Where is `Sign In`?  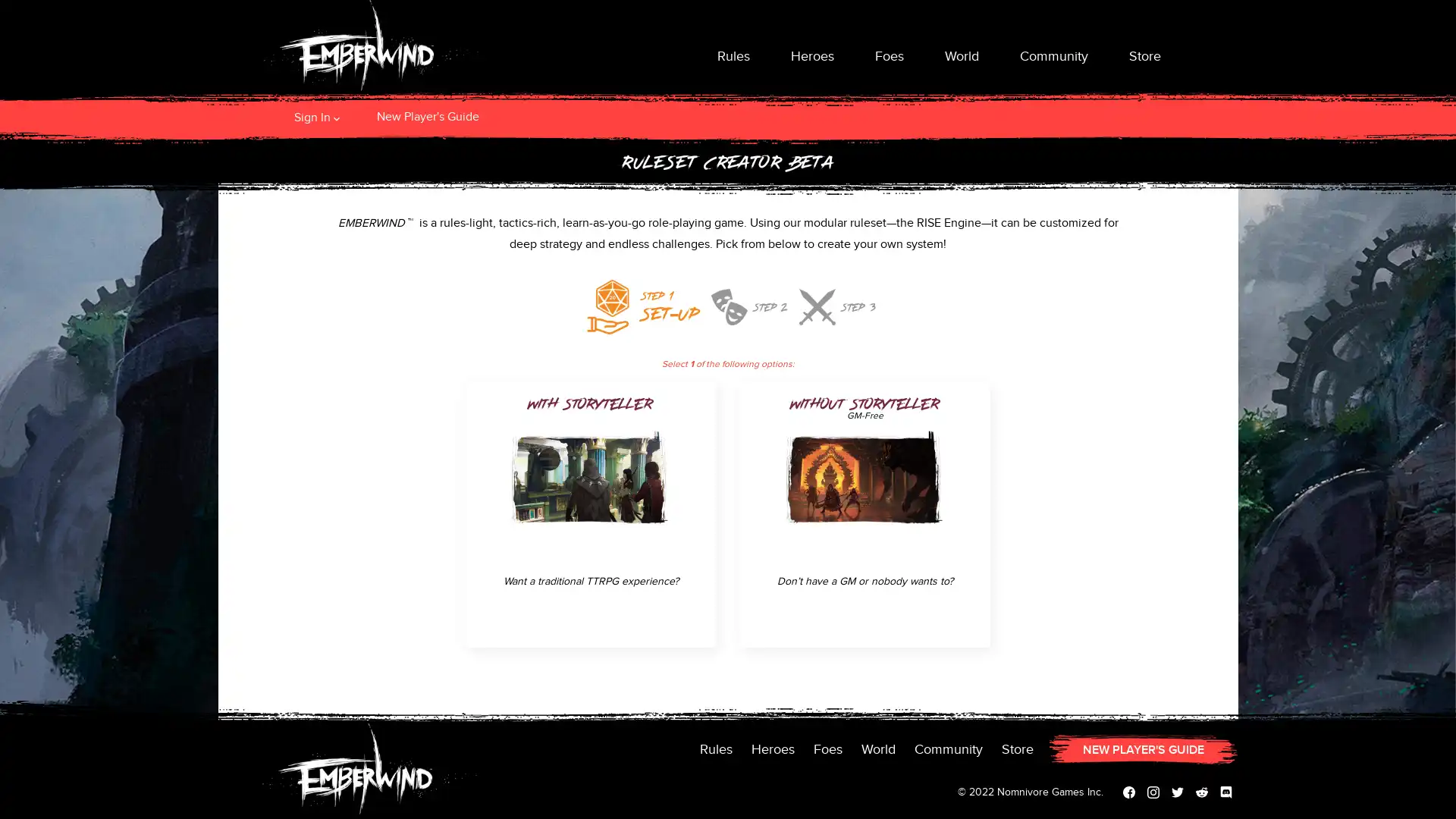
Sign In is located at coordinates (311, 116).